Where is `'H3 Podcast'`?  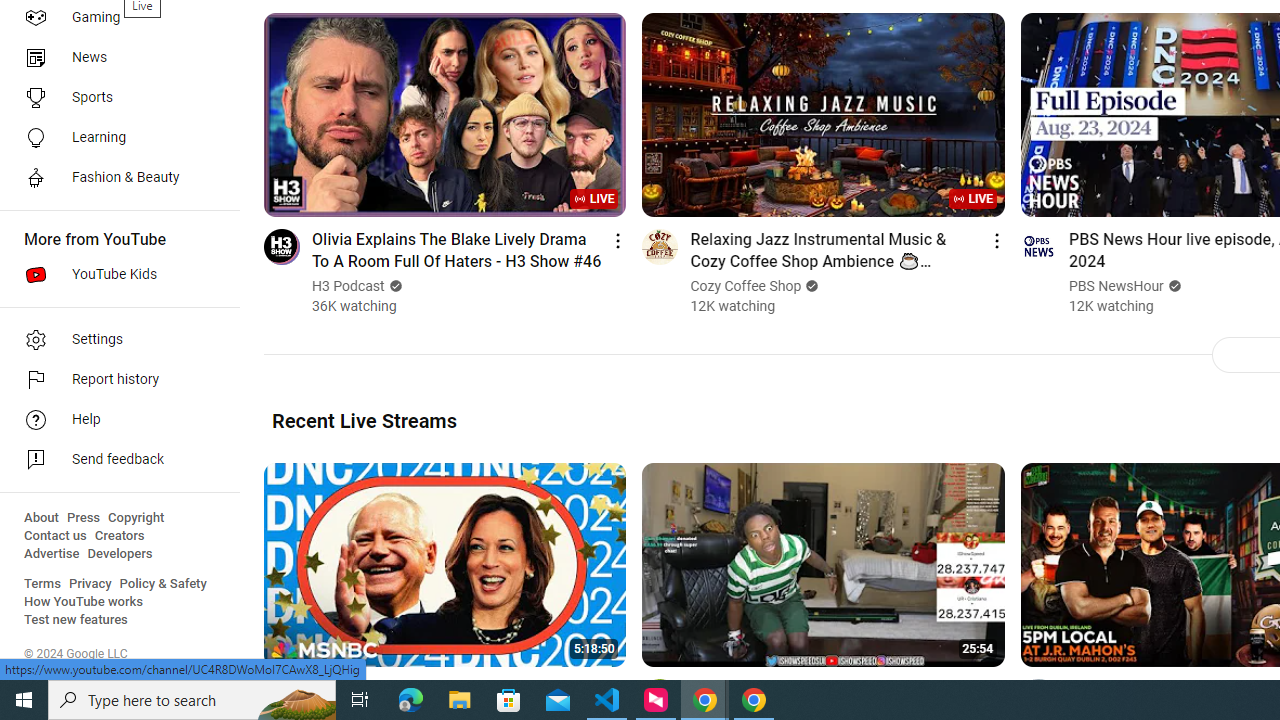 'H3 Podcast' is located at coordinates (349, 286).